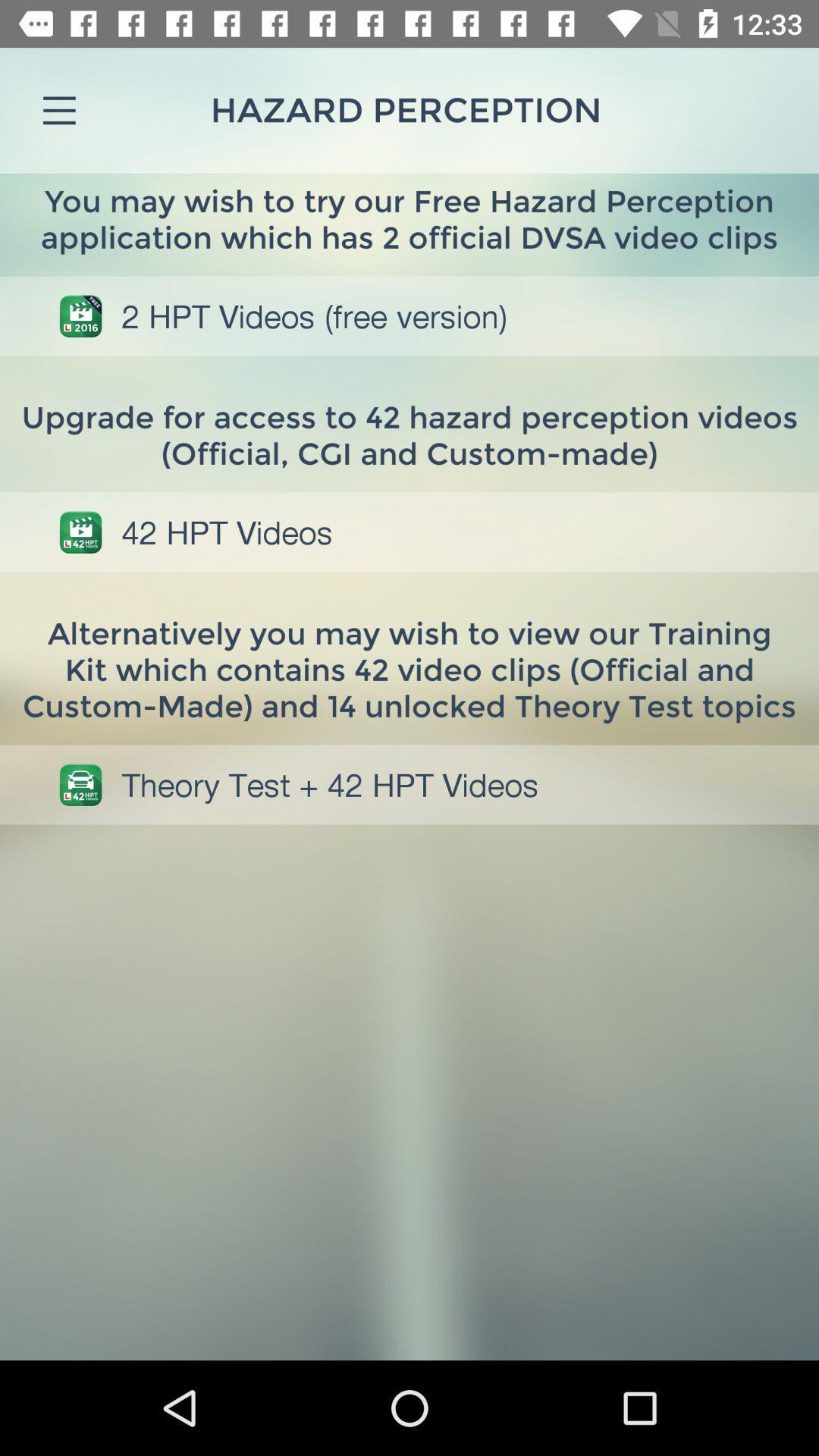  I want to click on the icon which is beside theory test  42 hpt videos, so click(80, 785).